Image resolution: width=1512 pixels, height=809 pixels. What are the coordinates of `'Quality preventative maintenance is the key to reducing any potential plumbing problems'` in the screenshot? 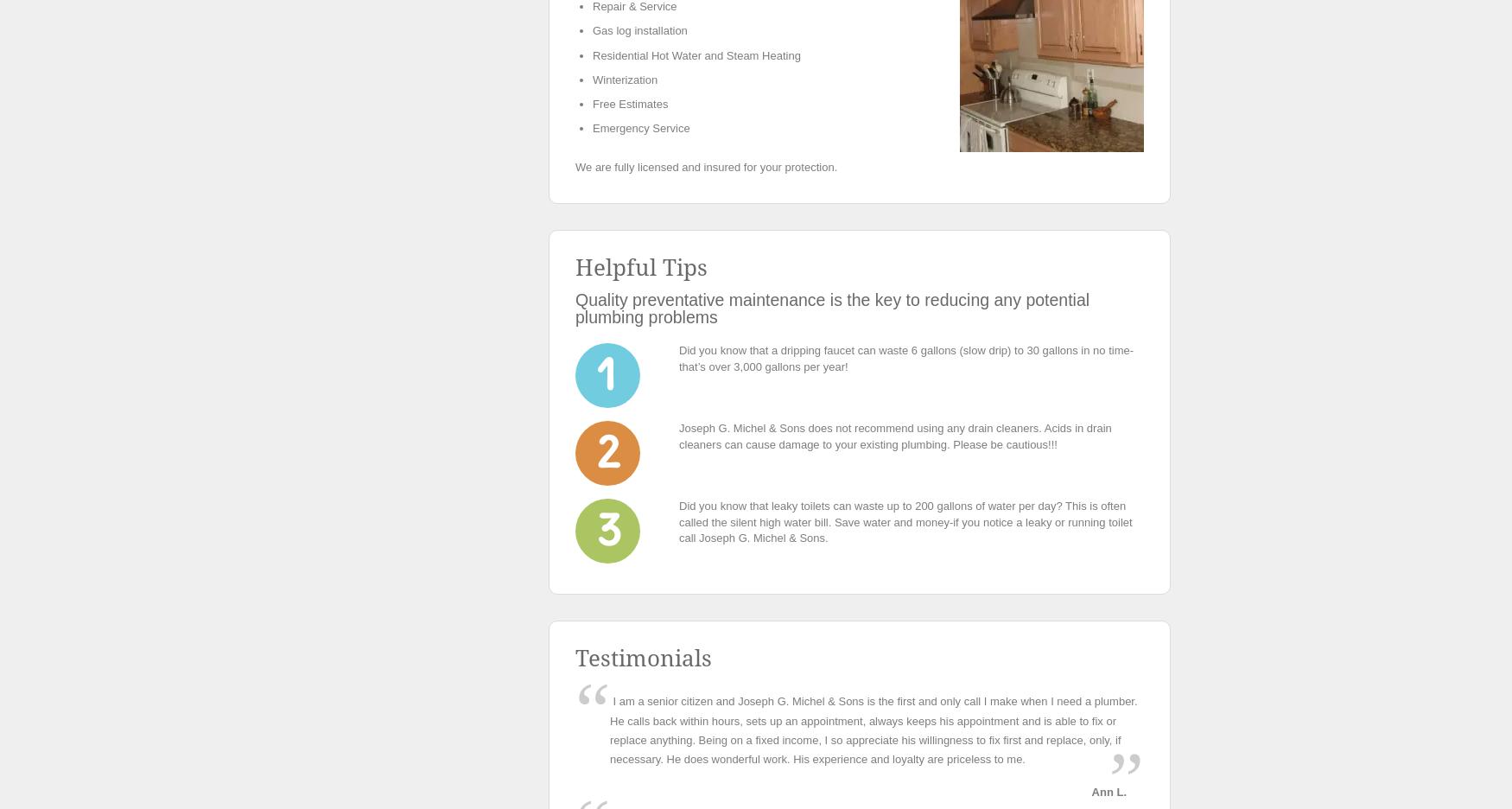 It's located at (575, 308).